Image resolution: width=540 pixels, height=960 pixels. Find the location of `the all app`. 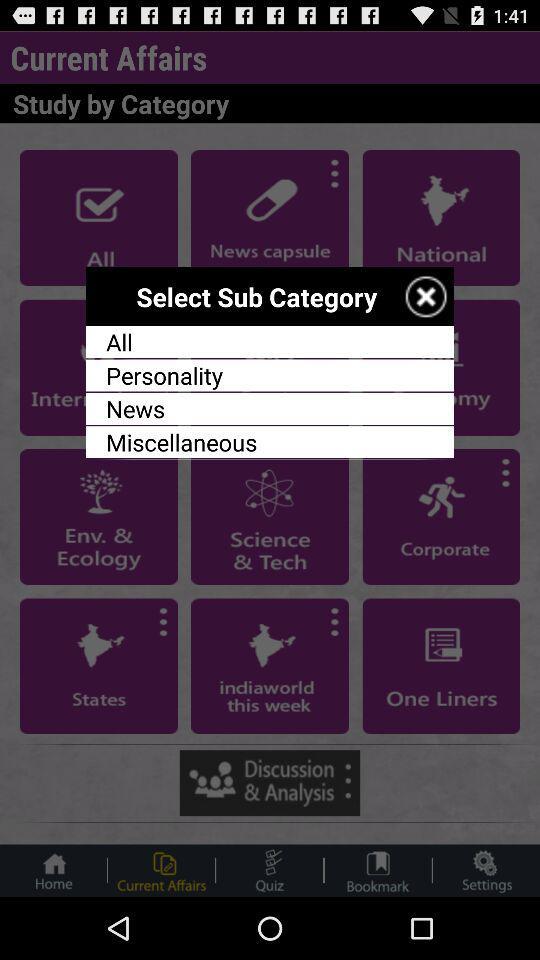

the all app is located at coordinates (270, 342).